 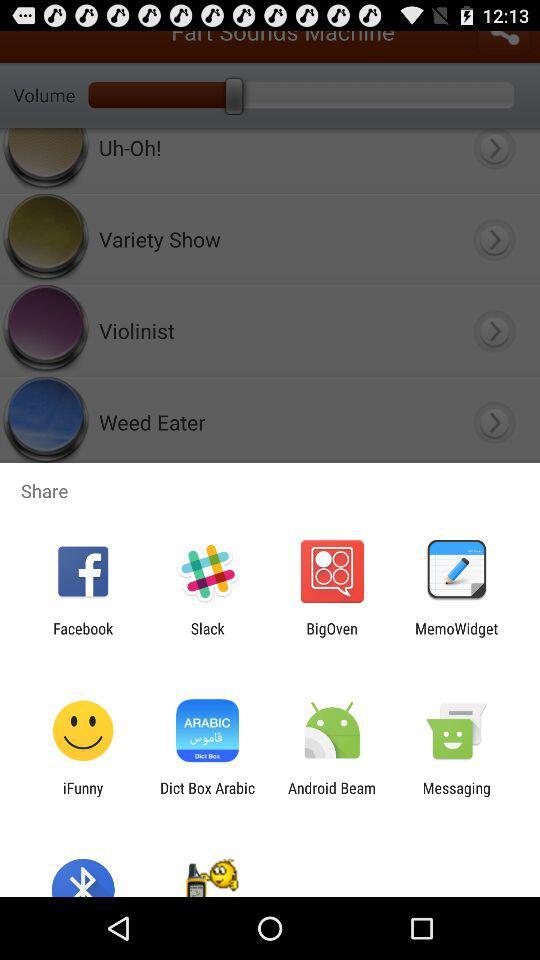 What do you see at coordinates (206, 636) in the screenshot?
I see `the app next to facebook` at bounding box center [206, 636].